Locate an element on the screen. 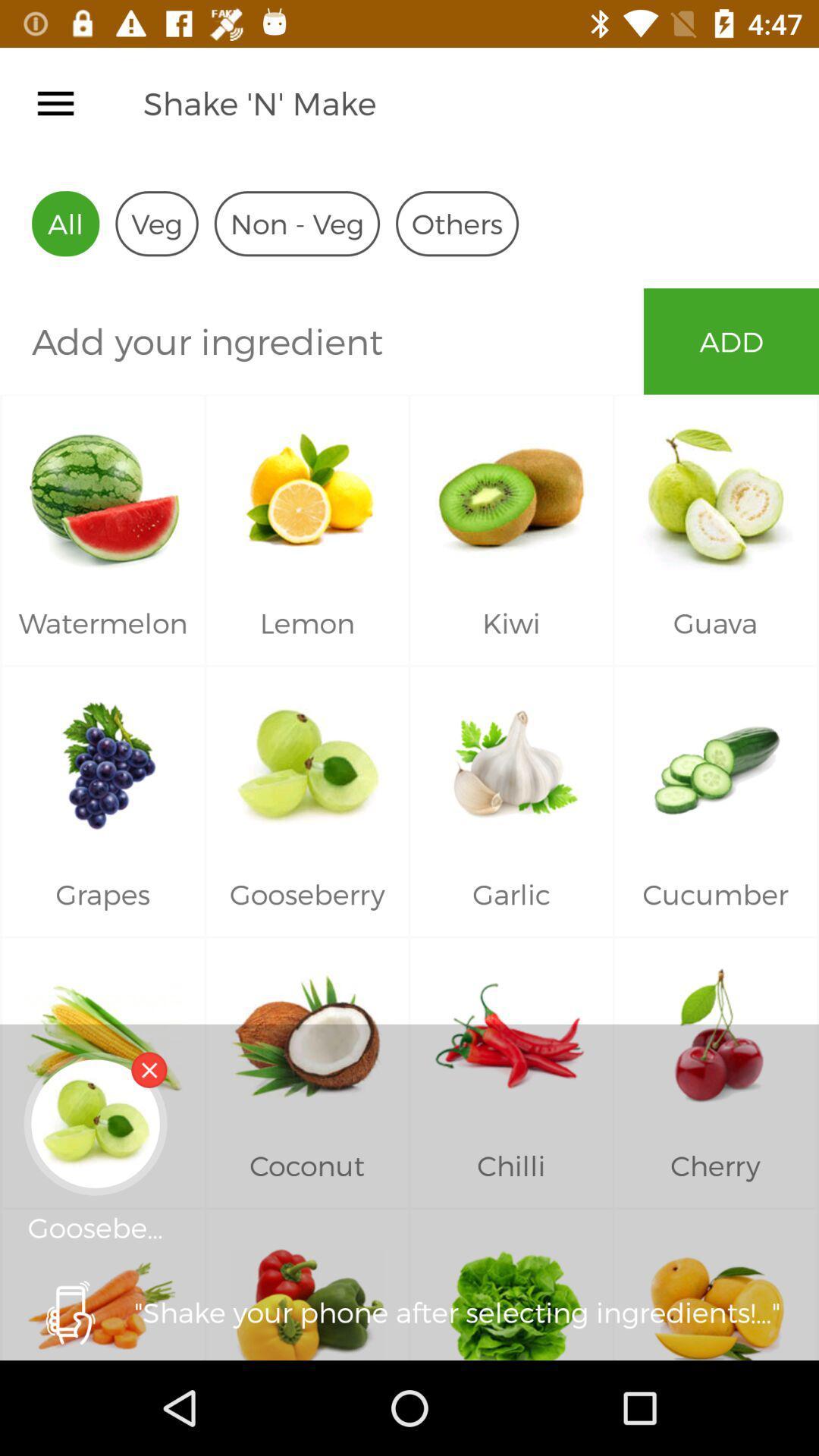 The width and height of the screenshot is (819, 1456). menu is located at coordinates (55, 102).